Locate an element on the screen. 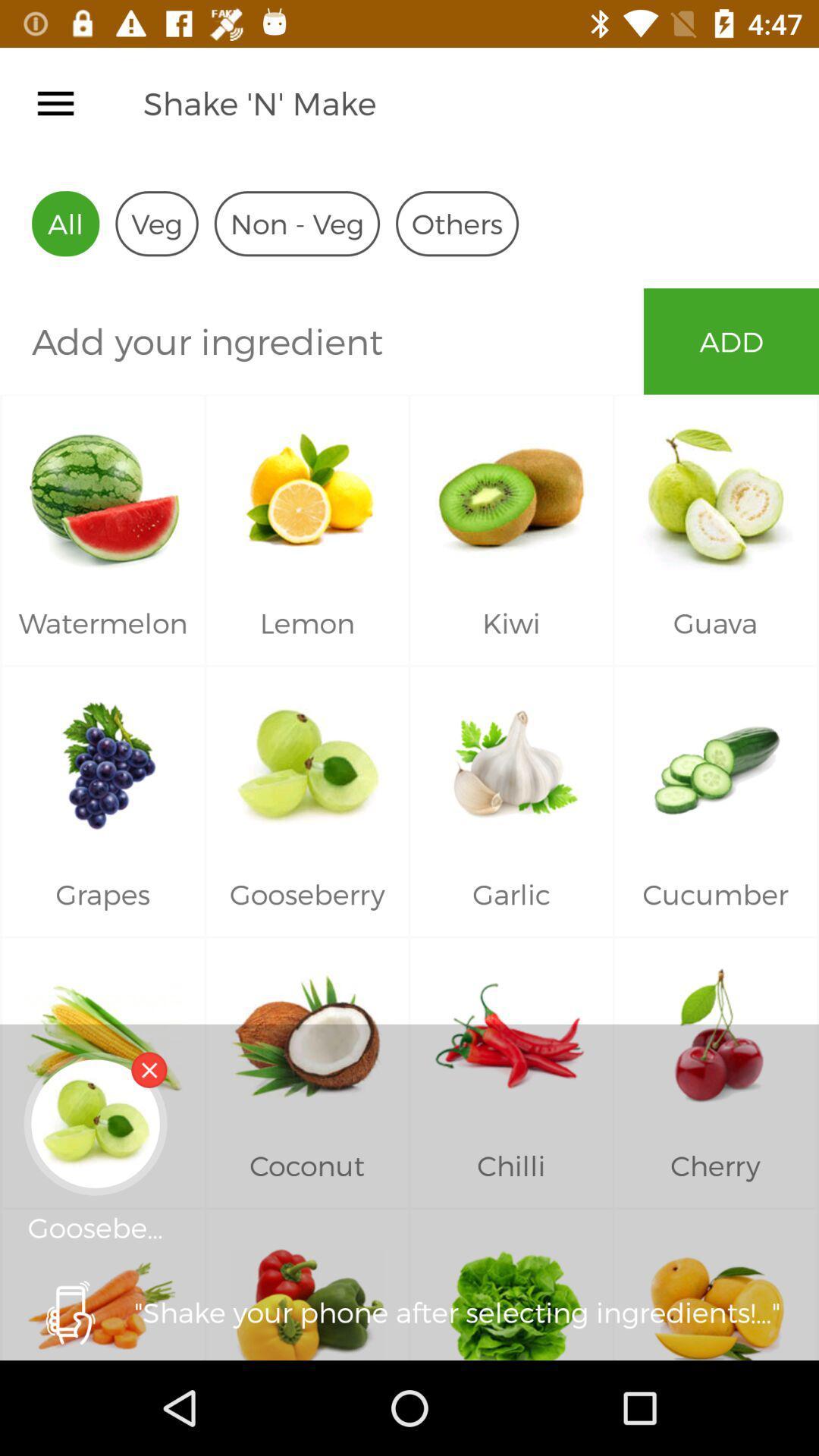 The width and height of the screenshot is (819, 1456). menu is located at coordinates (55, 102).